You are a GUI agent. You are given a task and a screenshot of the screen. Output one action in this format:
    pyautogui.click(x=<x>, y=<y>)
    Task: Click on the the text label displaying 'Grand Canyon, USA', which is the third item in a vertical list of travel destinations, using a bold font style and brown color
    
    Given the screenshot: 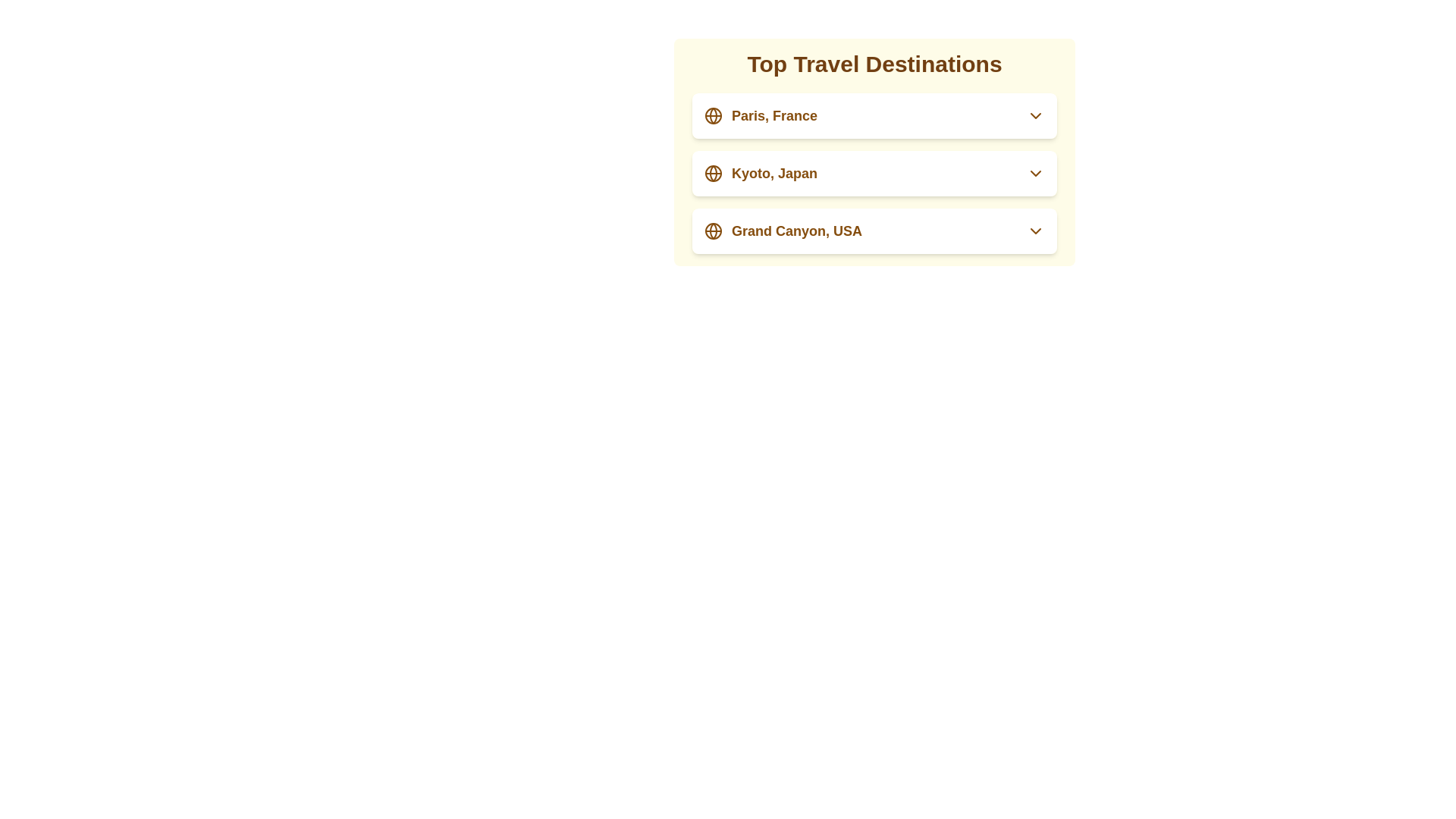 What is the action you would take?
    pyautogui.click(x=796, y=231)
    